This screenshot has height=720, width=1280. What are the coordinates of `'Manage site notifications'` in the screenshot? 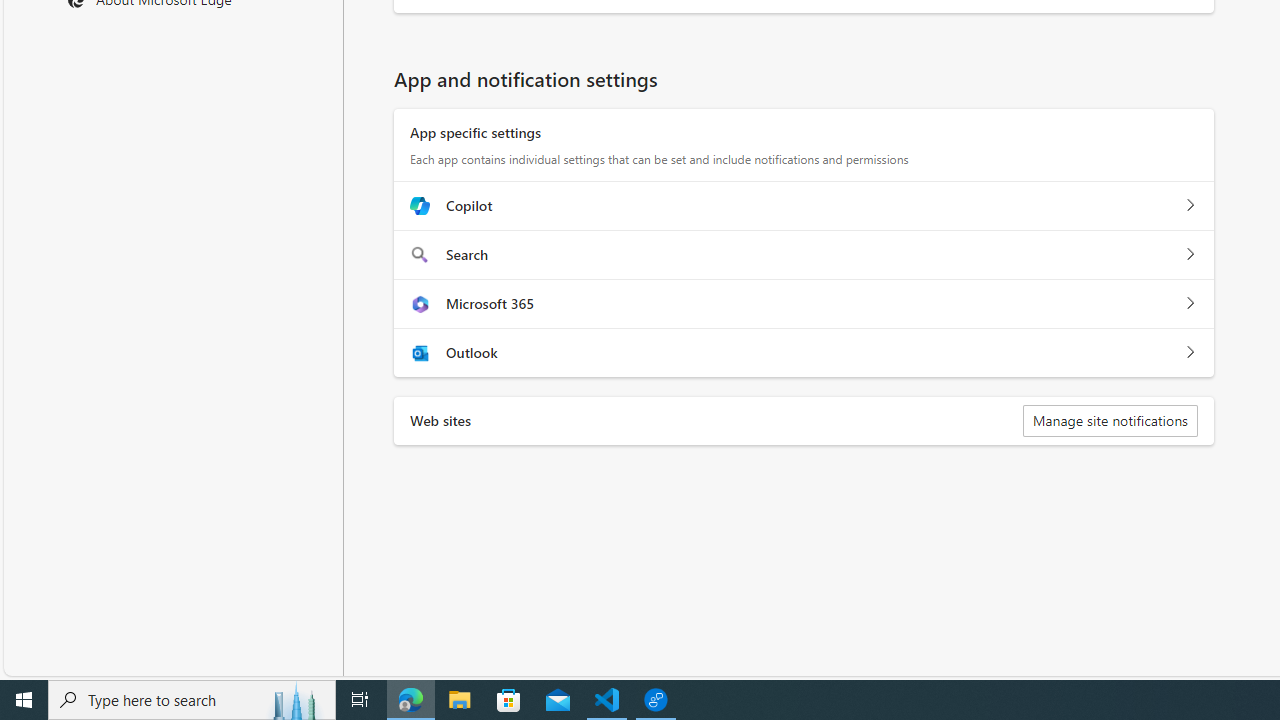 It's located at (1108, 419).